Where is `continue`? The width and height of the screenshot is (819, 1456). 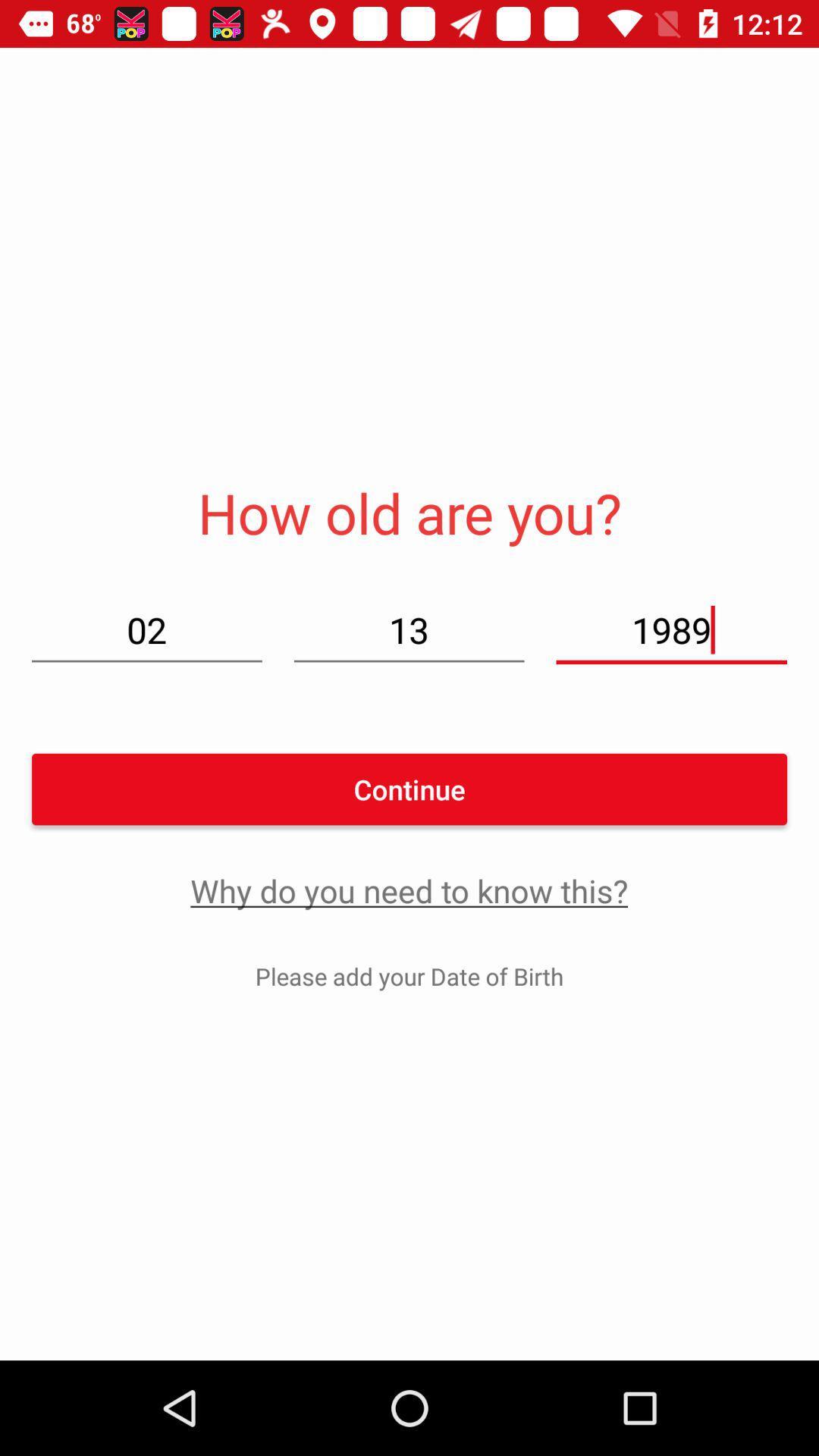
continue is located at coordinates (409, 789).